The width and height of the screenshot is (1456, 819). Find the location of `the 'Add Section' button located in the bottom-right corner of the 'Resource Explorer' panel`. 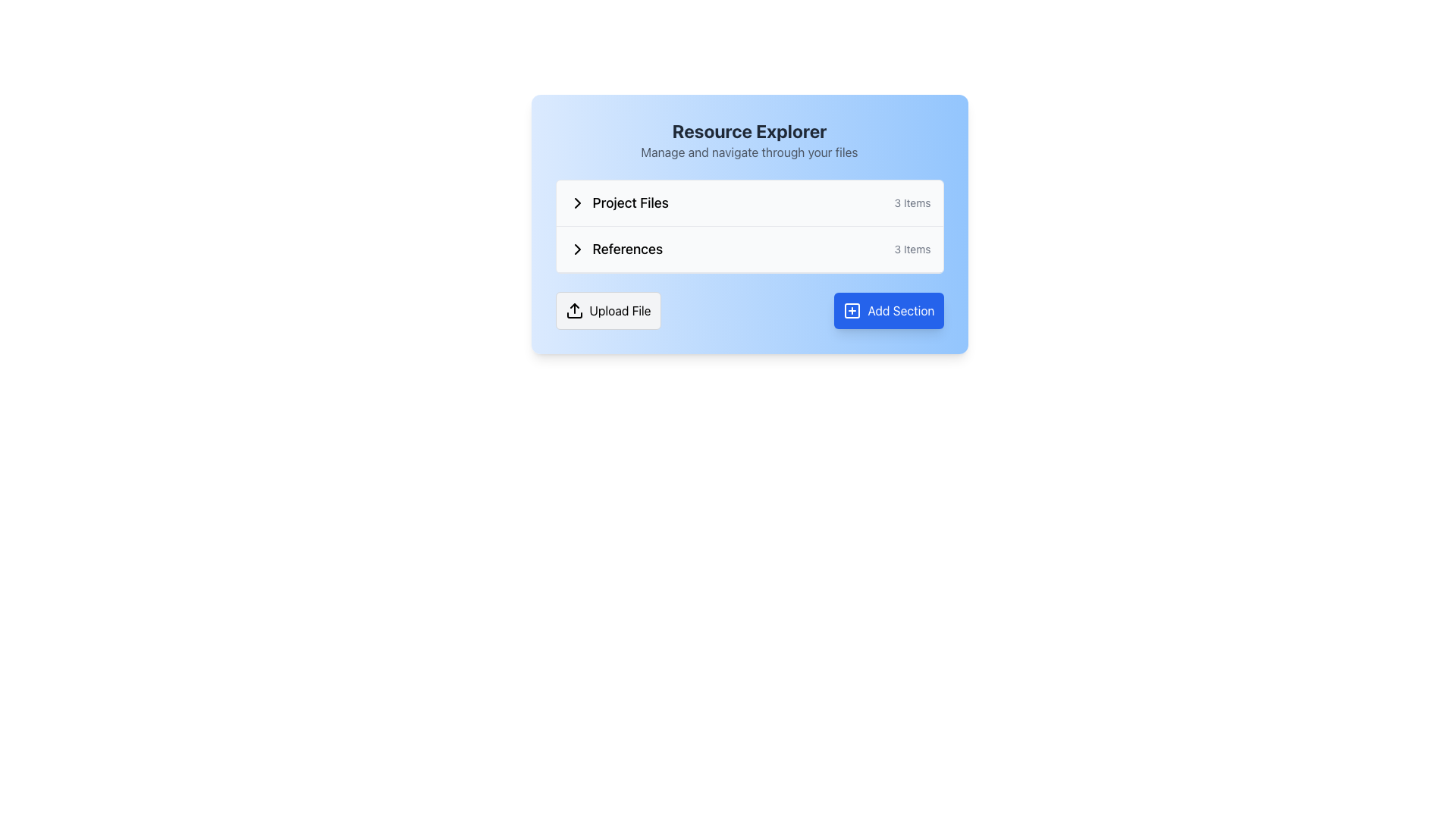

the 'Add Section' button located in the bottom-right corner of the 'Resource Explorer' panel is located at coordinates (889, 309).